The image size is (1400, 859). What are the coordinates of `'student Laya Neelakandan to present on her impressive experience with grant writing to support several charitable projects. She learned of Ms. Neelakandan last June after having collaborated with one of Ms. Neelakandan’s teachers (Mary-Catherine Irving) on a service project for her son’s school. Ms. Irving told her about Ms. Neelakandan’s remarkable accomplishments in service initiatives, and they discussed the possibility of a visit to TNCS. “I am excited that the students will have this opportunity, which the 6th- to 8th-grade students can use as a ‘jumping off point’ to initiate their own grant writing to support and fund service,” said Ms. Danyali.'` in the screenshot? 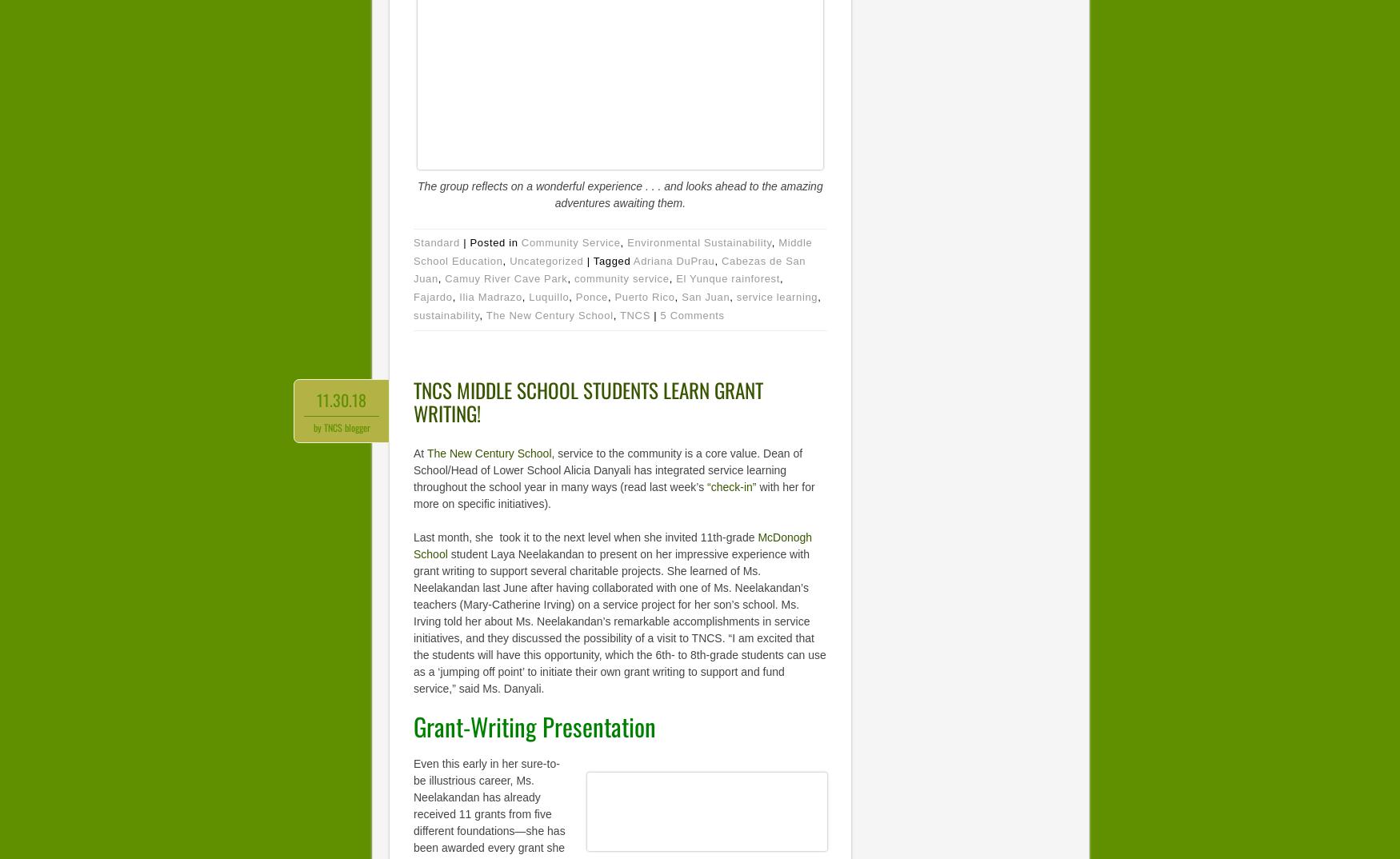 It's located at (618, 619).